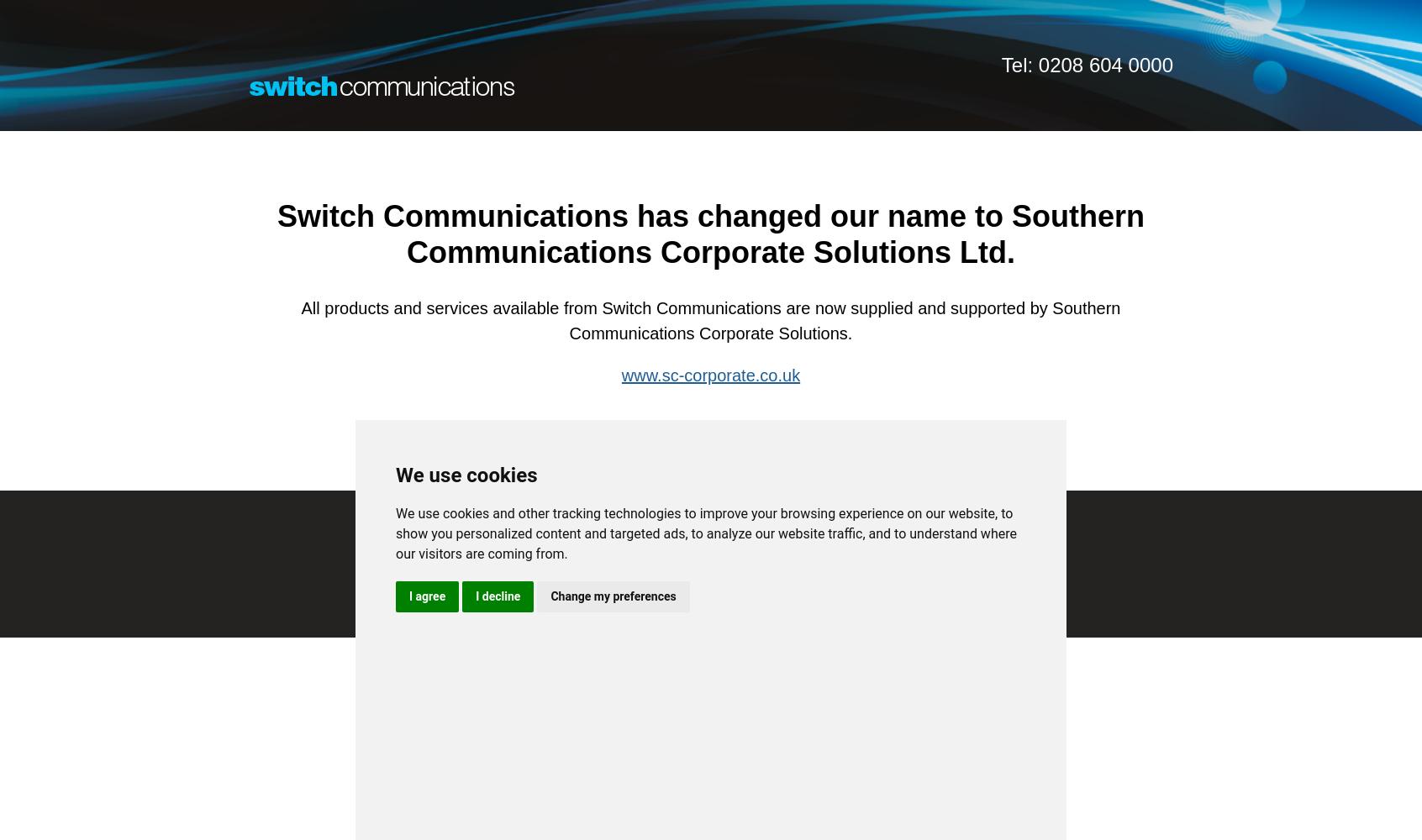 Image resolution: width=1422 pixels, height=840 pixels. I want to click on 'Privacy Policy', so click(710, 708).